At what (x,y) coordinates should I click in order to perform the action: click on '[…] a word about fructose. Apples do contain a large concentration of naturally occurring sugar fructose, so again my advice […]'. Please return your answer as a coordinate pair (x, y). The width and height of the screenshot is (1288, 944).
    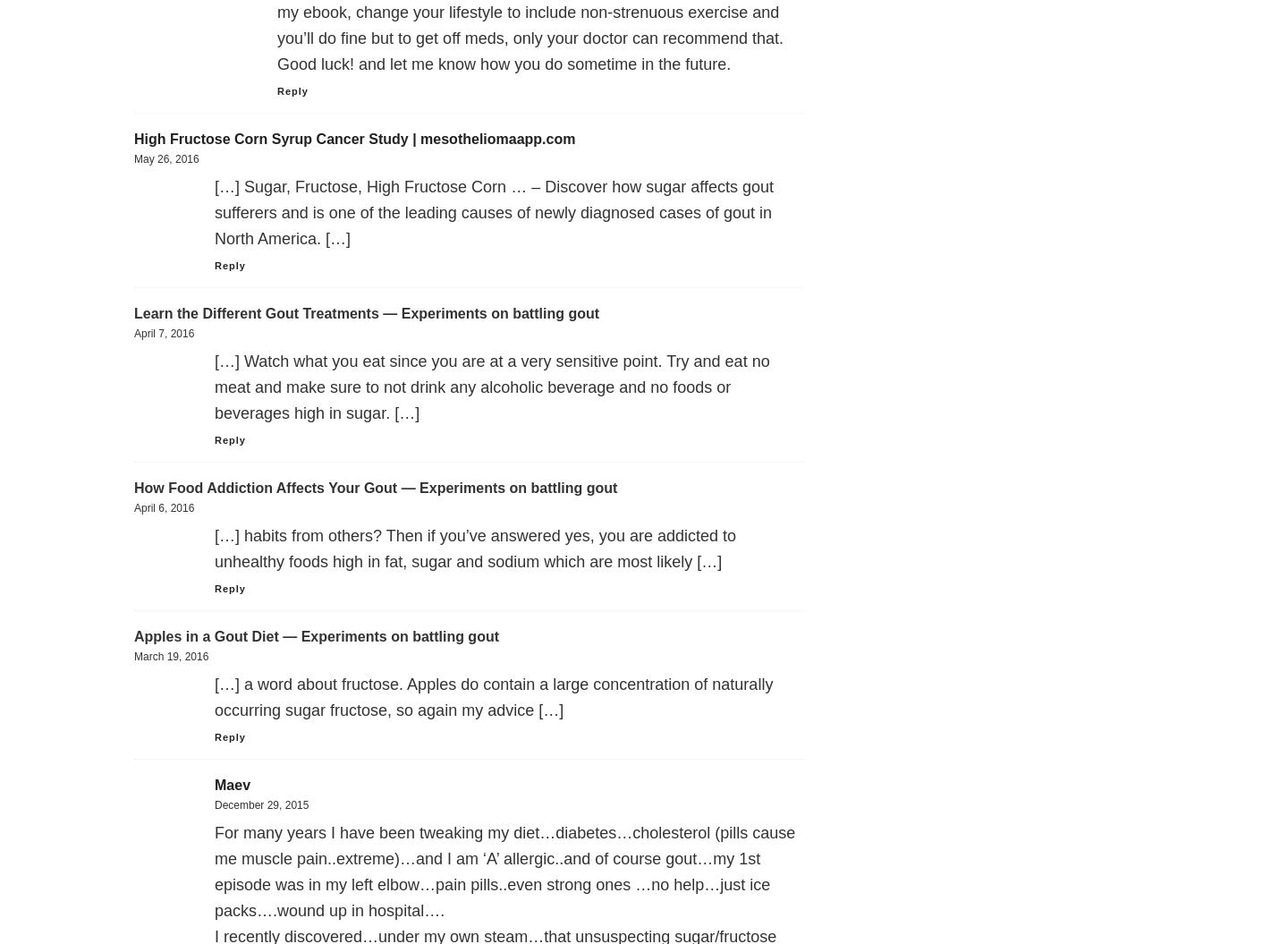
    Looking at the image, I should click on (493, 696).